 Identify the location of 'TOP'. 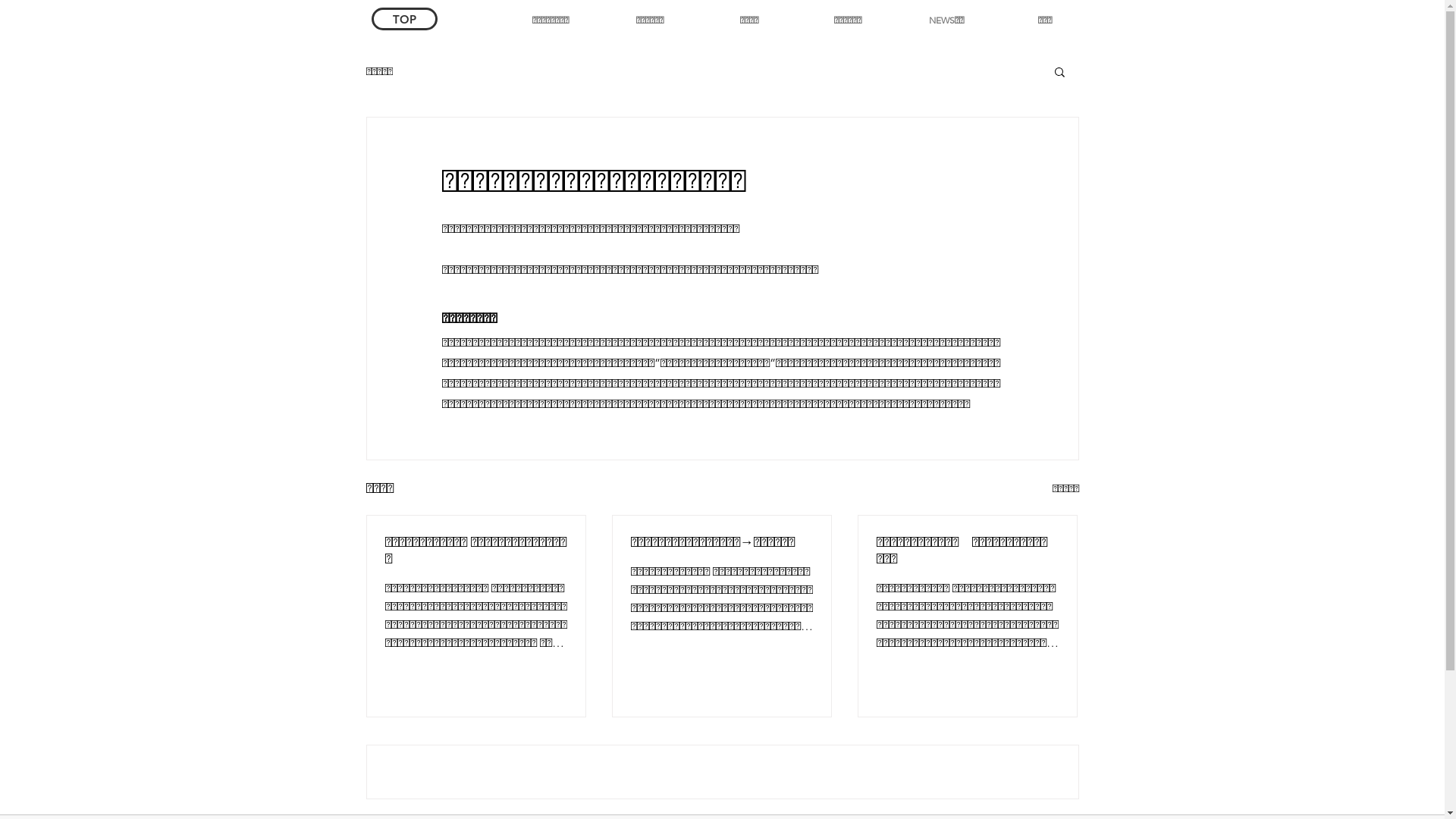
(404, 18).